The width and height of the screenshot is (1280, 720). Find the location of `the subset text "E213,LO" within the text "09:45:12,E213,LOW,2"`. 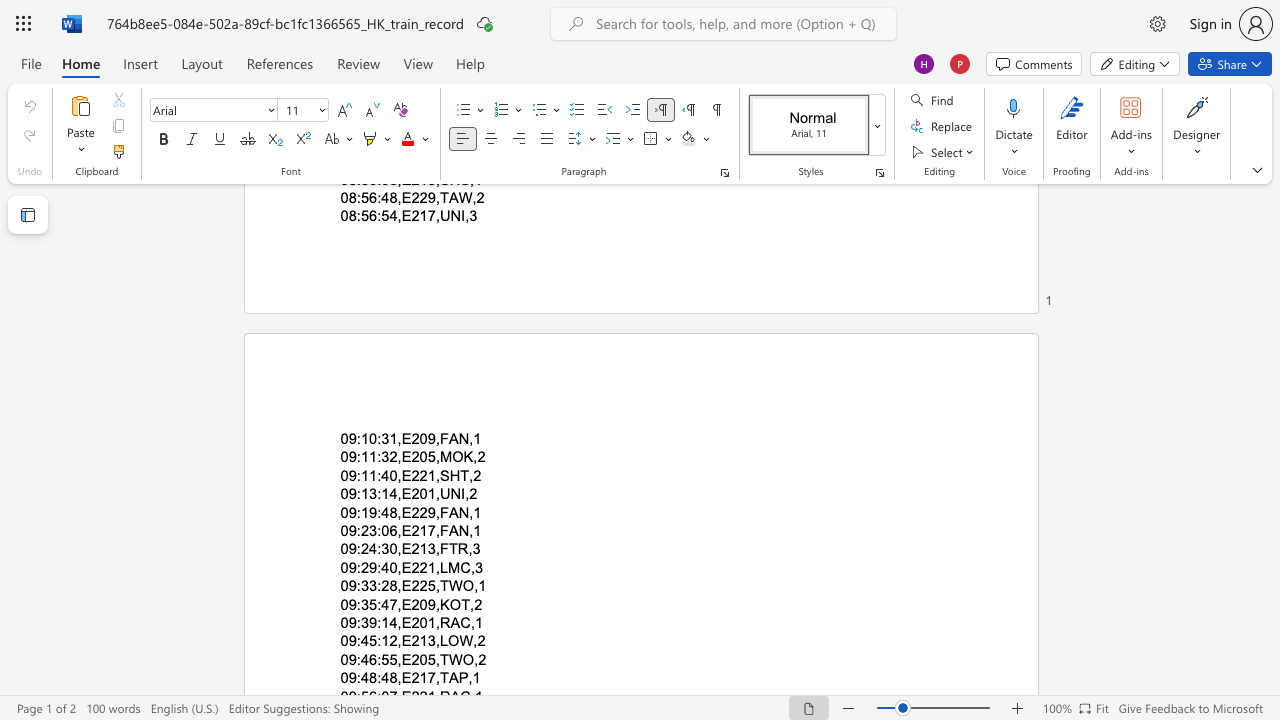

the subset text "E213,LO" within the text "09:45:12,E213,LOW,2" is located at coordinates (400, 641).